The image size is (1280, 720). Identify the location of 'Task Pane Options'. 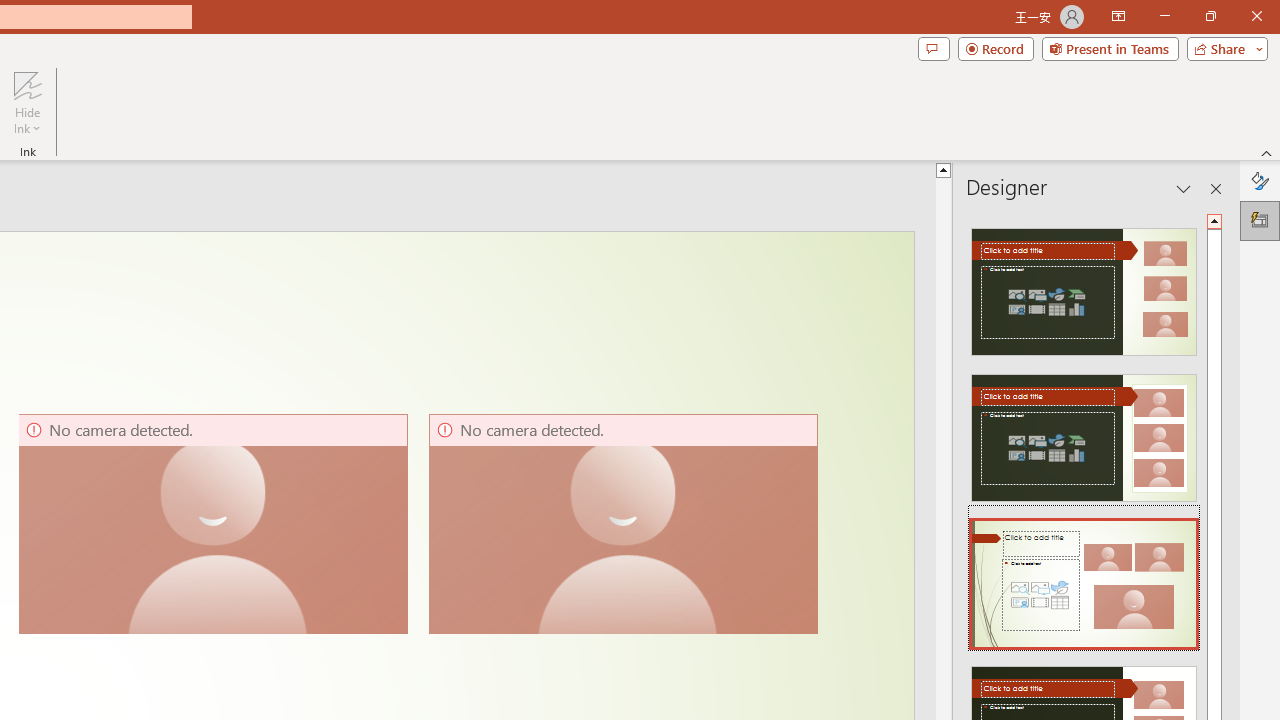
(1184, 189).